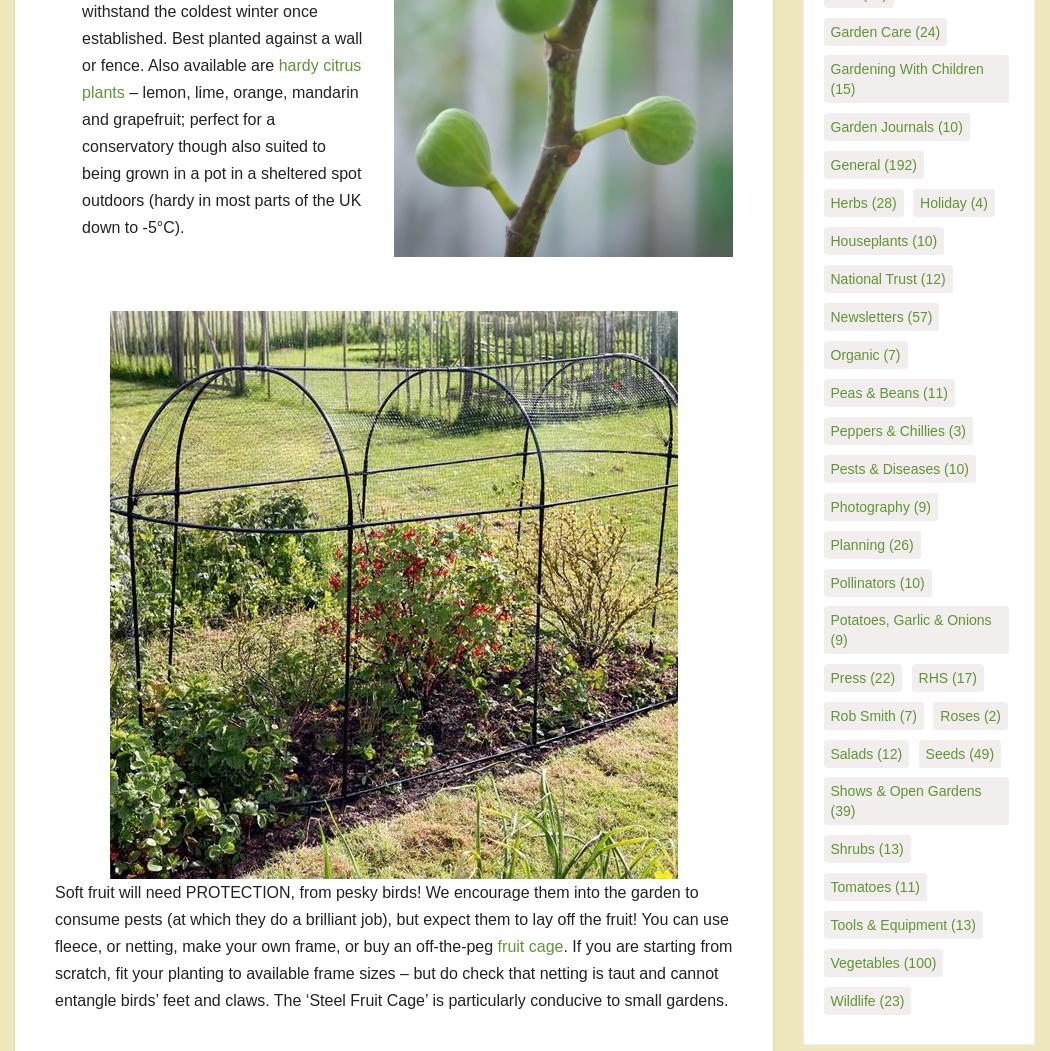  I want to click on 'pests & diseases', so click(884, 467).